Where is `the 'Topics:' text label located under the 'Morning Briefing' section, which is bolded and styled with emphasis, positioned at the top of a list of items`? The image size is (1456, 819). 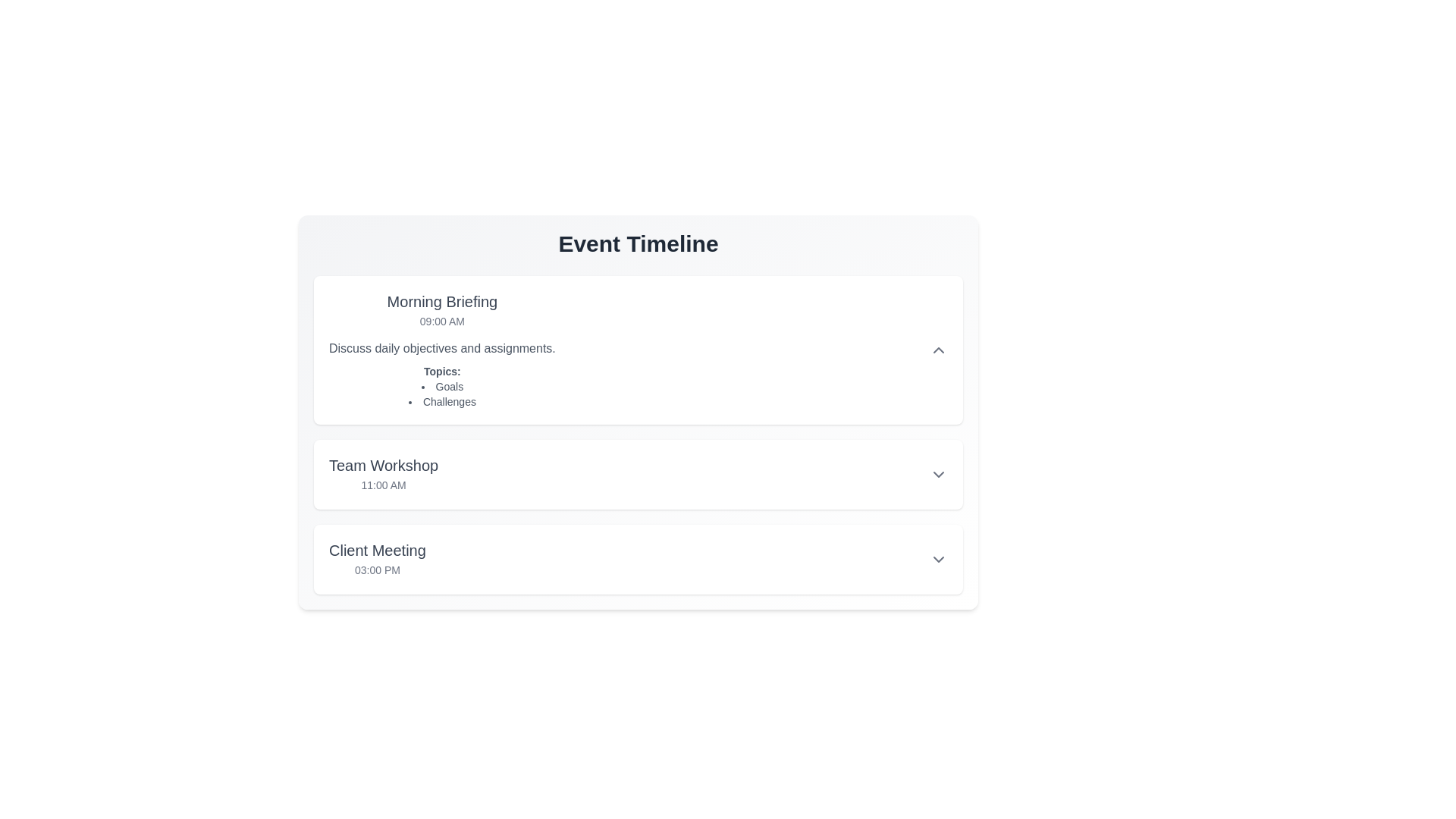 the 'Topics:' text label located under the 'Morning Briefing' section, which is bolded and styled with emphasis, positioned at the top of a list of items is located at coordinates (441, 371).